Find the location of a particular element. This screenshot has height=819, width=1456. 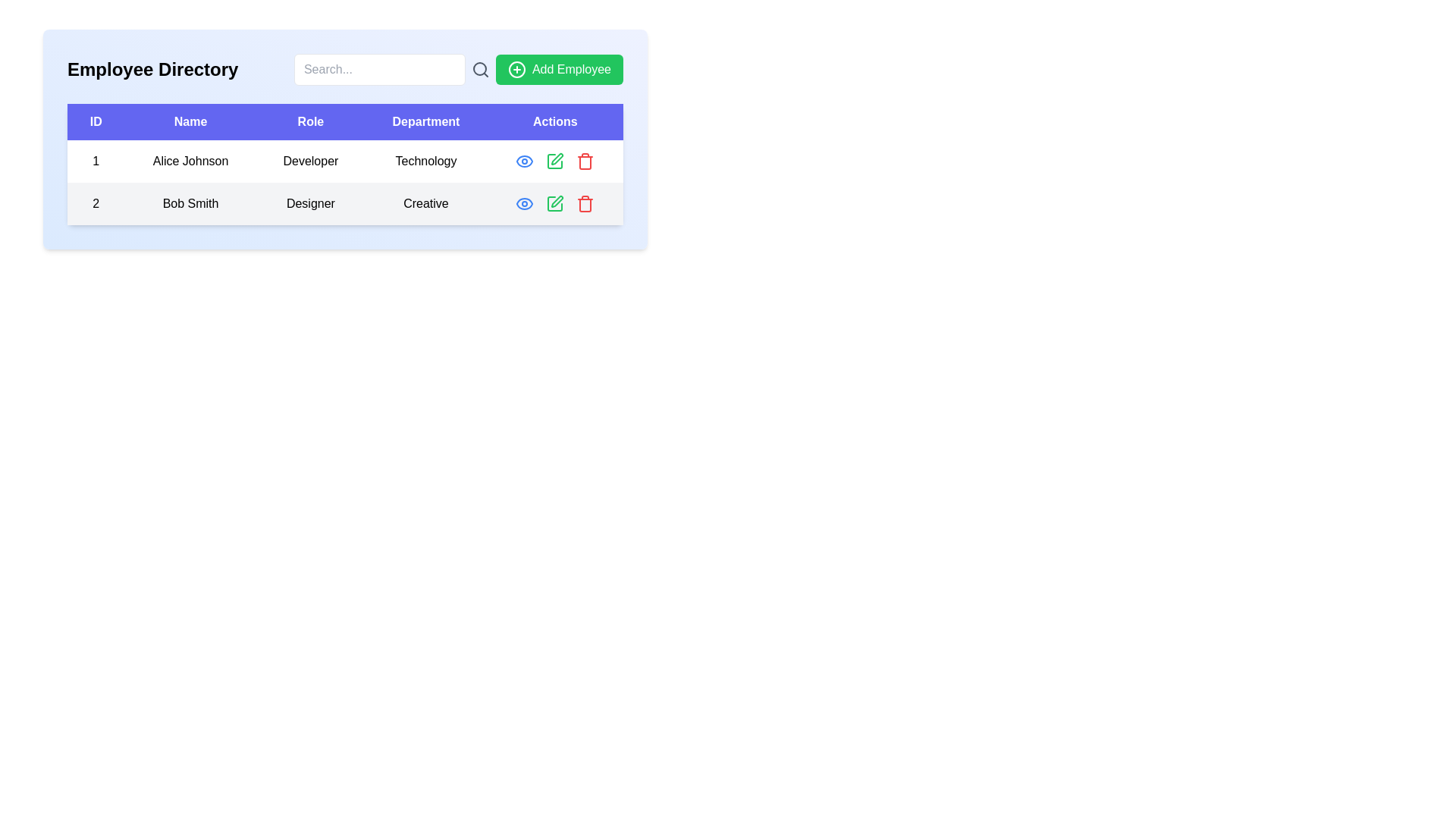

the table header labeled 'Actions', which is styled with white text on a purple background and is positioned in the upper-right area of the table header row is located at coordinates (554, 121).